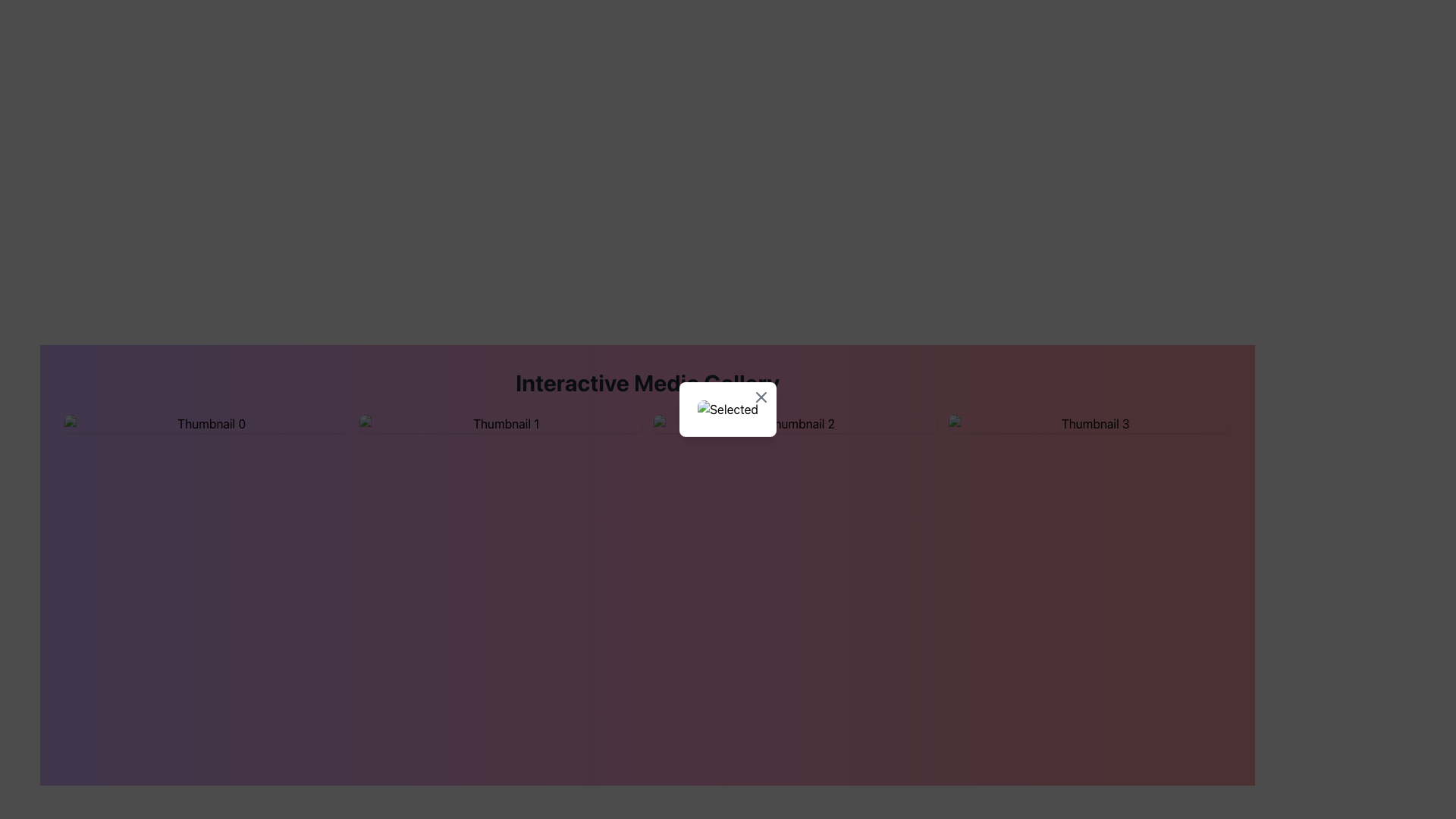 Image resolution: width=1456 pixels, height=819 pixels. What do you see at coordinates (648, 424) in the screenshot?
I see `a thumbnail in the Grid layout component beneath the 'Interactive Media Gallery' heading for reordering` at bounding box center [648, 424].